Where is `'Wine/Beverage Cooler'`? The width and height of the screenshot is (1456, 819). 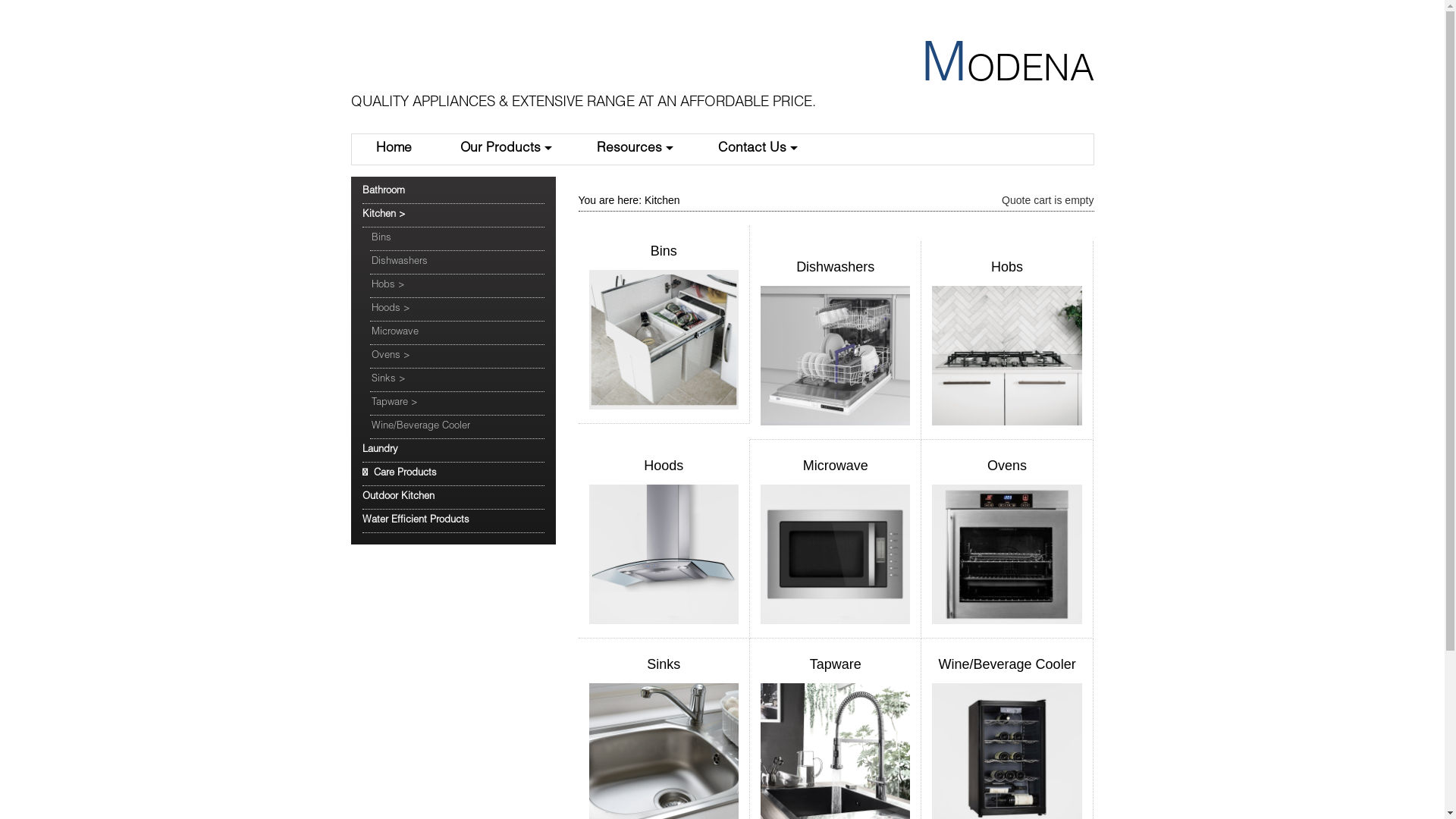 'Wine/Beverage Cooler' is located at coordinates (457, 427).